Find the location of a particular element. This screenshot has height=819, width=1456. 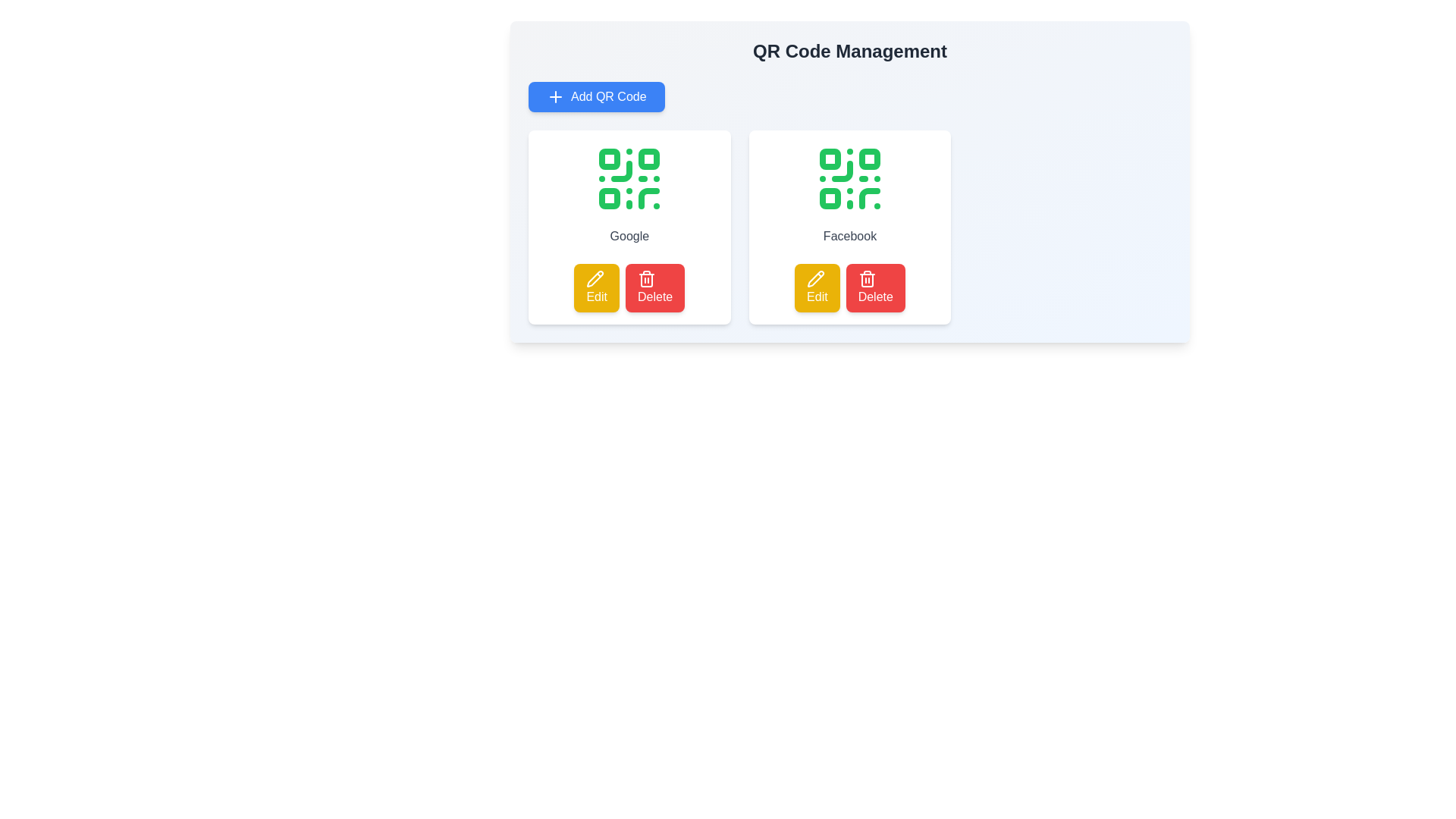

the QR code icon styled with green graphical patterns located above the text 'Google' on the left card in a two-card layout is located at coordinates (629, 177).